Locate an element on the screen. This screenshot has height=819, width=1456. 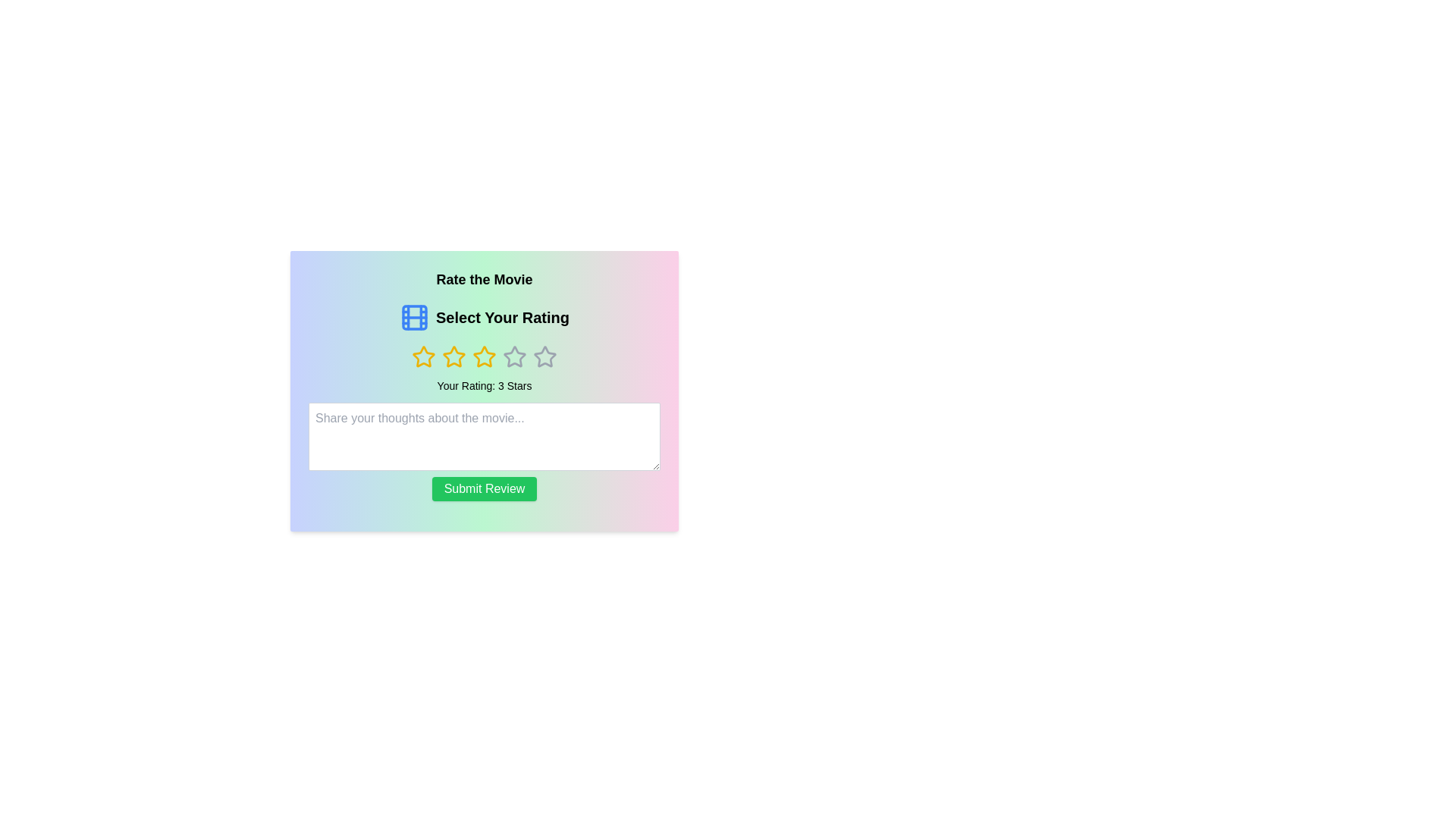
the blue film reel icon located directly left of the 'Select Your Rating' text, which features rounded rectangular cutouts and vertical strips is located at coordinates (415, 317).